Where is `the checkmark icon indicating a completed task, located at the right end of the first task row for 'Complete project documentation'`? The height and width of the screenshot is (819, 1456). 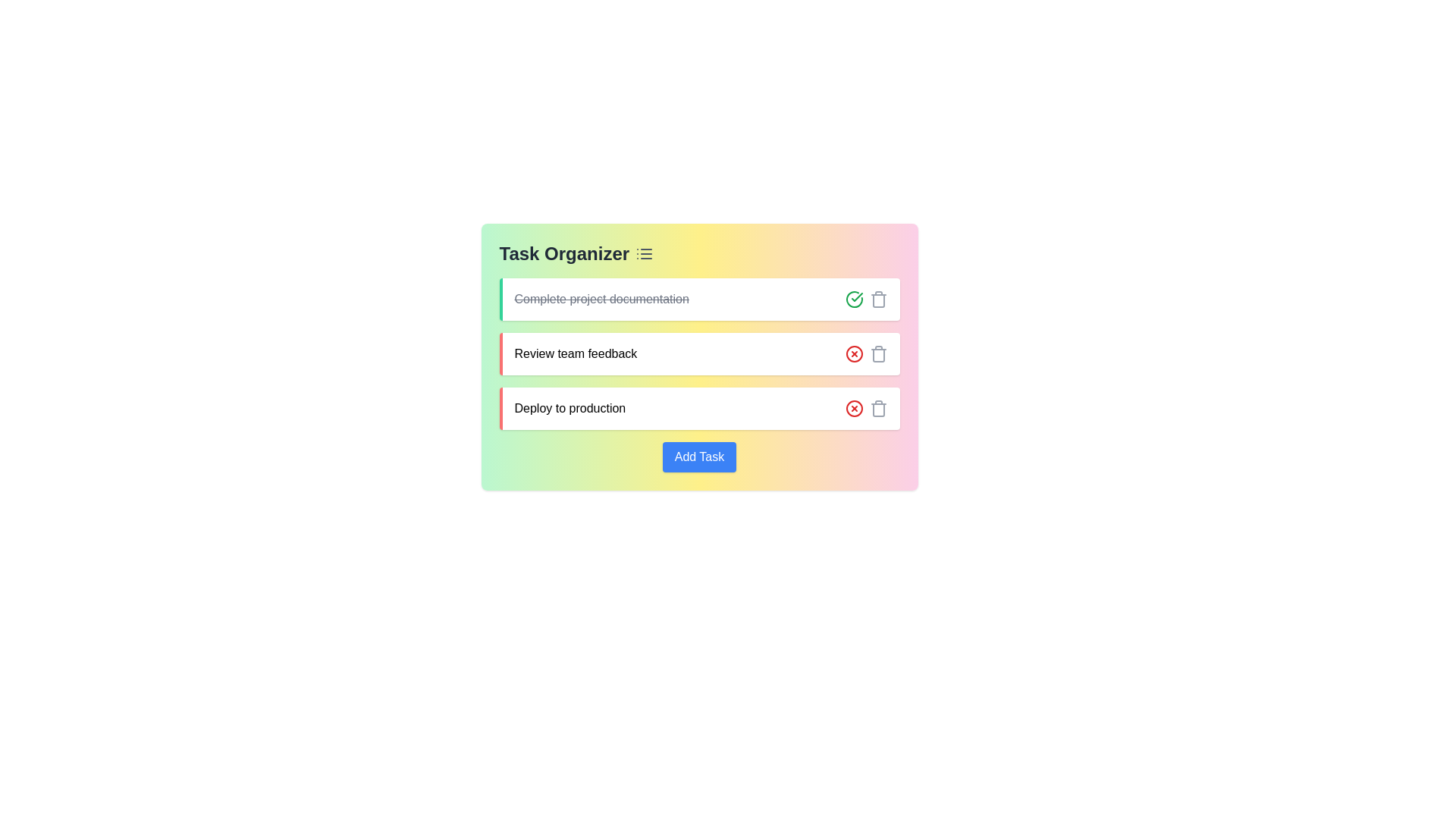
the checkmark icon indicating a completed task, located at the right end of the first task row for 'Complete project documentation' is located at coordinates (856, 297).